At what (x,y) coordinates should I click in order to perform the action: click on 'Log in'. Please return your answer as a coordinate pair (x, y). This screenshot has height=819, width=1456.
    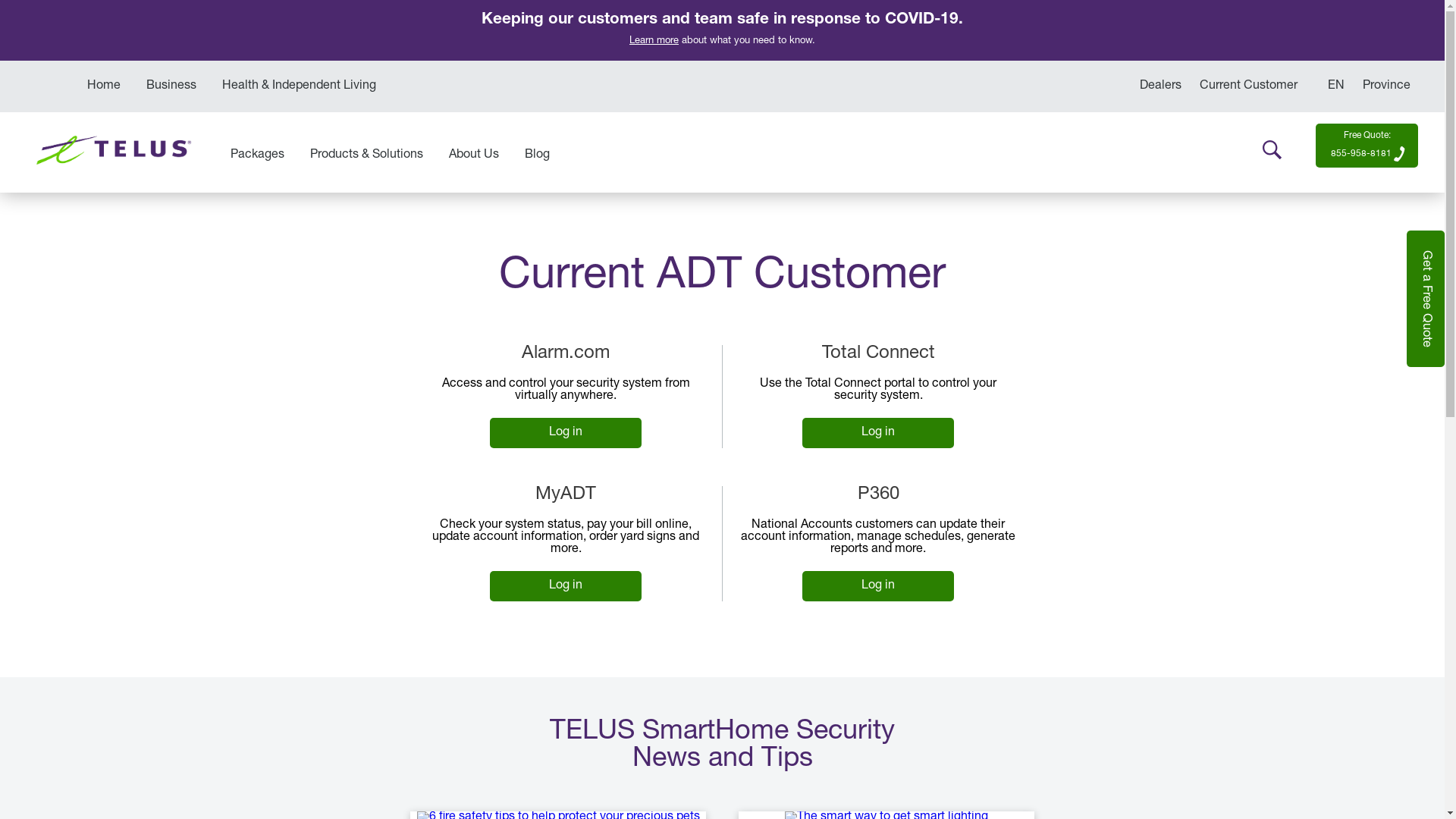
    Looking at the image, I should click on (564, 432).